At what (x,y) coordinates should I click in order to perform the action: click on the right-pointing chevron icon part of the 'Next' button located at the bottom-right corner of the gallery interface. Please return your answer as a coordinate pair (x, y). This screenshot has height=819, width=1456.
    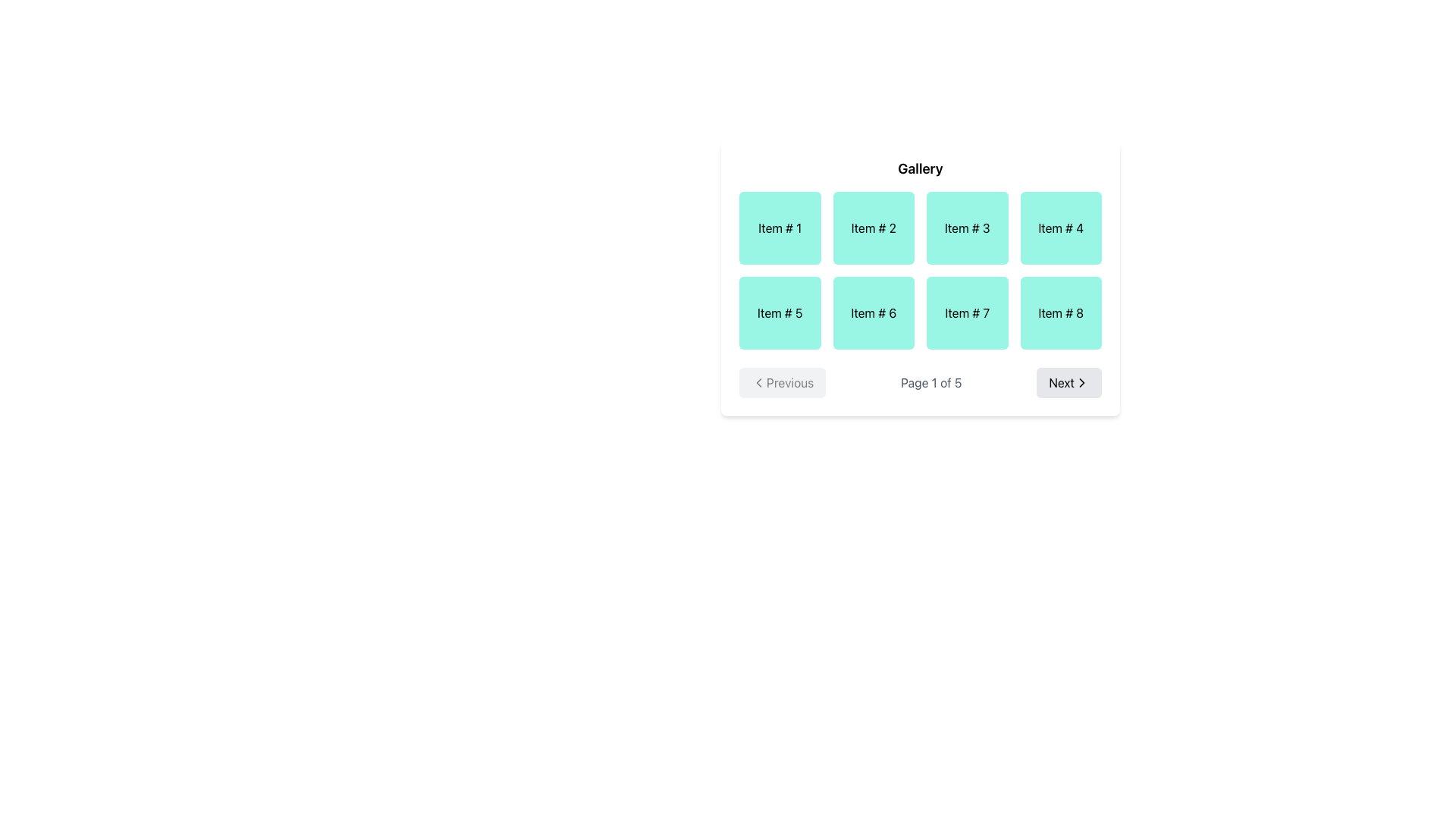
    Looking at the image, I should click on (1081, 382).